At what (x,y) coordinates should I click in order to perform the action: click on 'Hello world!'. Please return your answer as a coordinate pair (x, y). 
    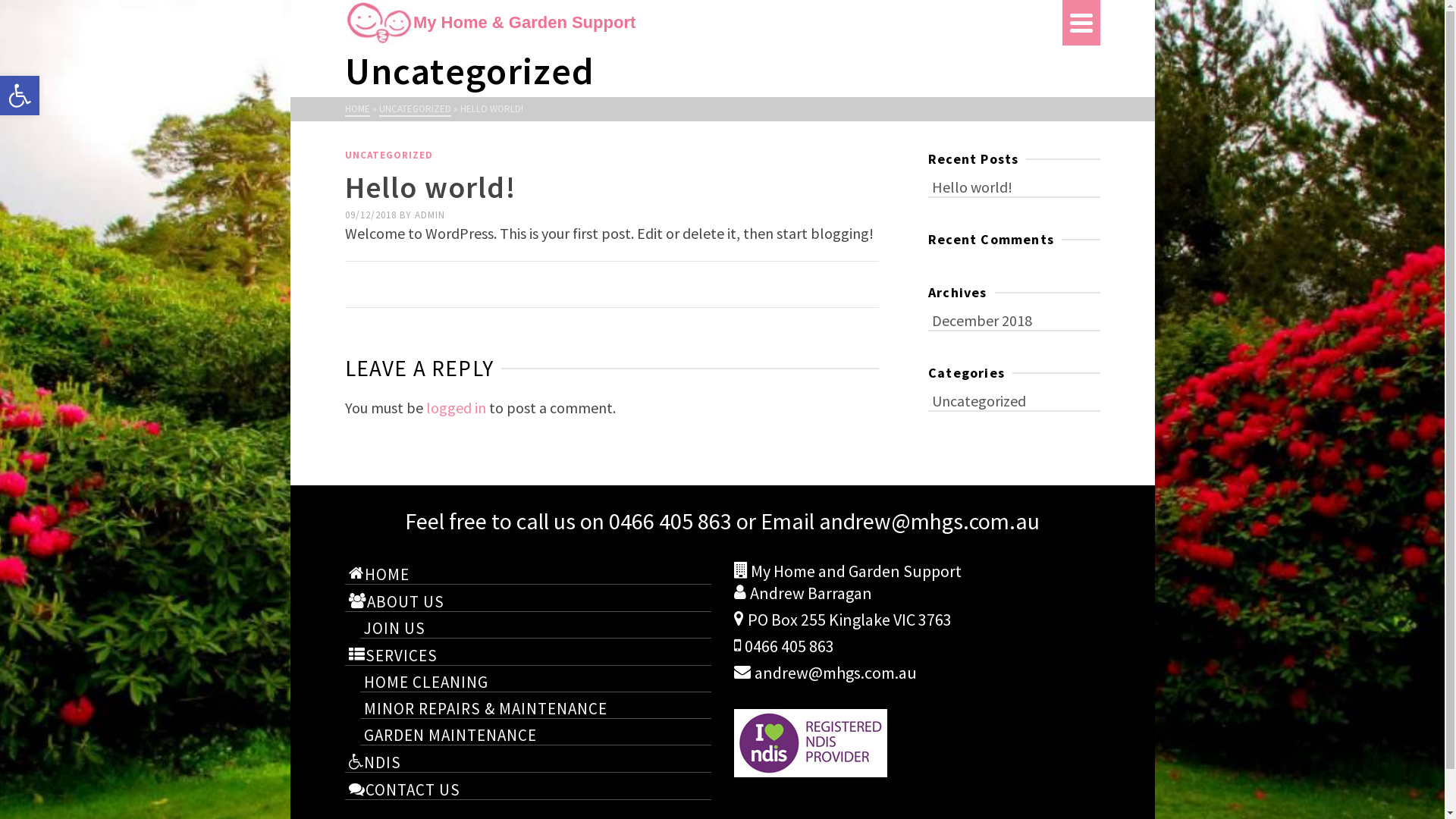
    Looking at the image, I should click on (1014, 185).